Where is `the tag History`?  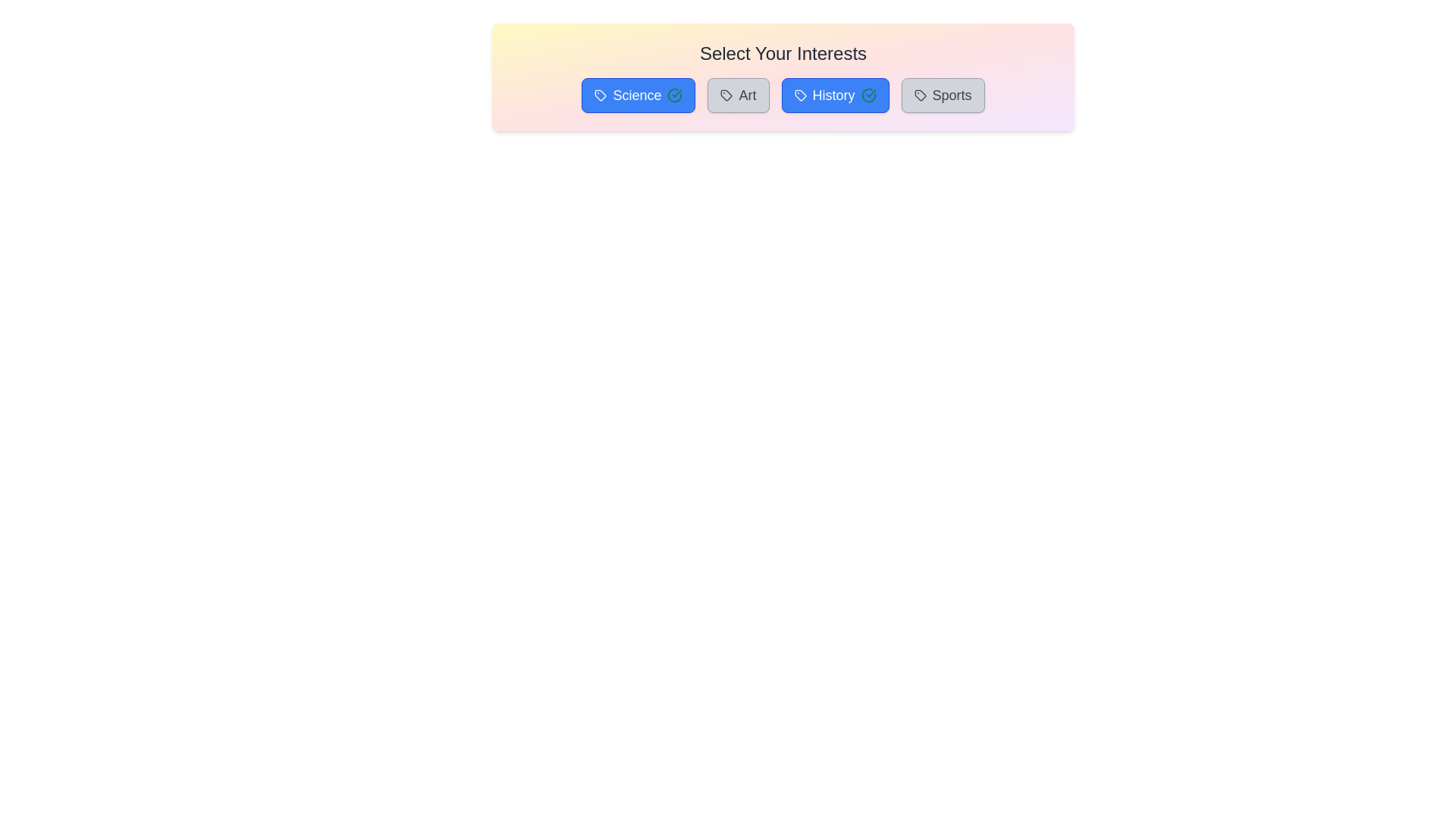
the tag History is located at coordinates (833, 96).